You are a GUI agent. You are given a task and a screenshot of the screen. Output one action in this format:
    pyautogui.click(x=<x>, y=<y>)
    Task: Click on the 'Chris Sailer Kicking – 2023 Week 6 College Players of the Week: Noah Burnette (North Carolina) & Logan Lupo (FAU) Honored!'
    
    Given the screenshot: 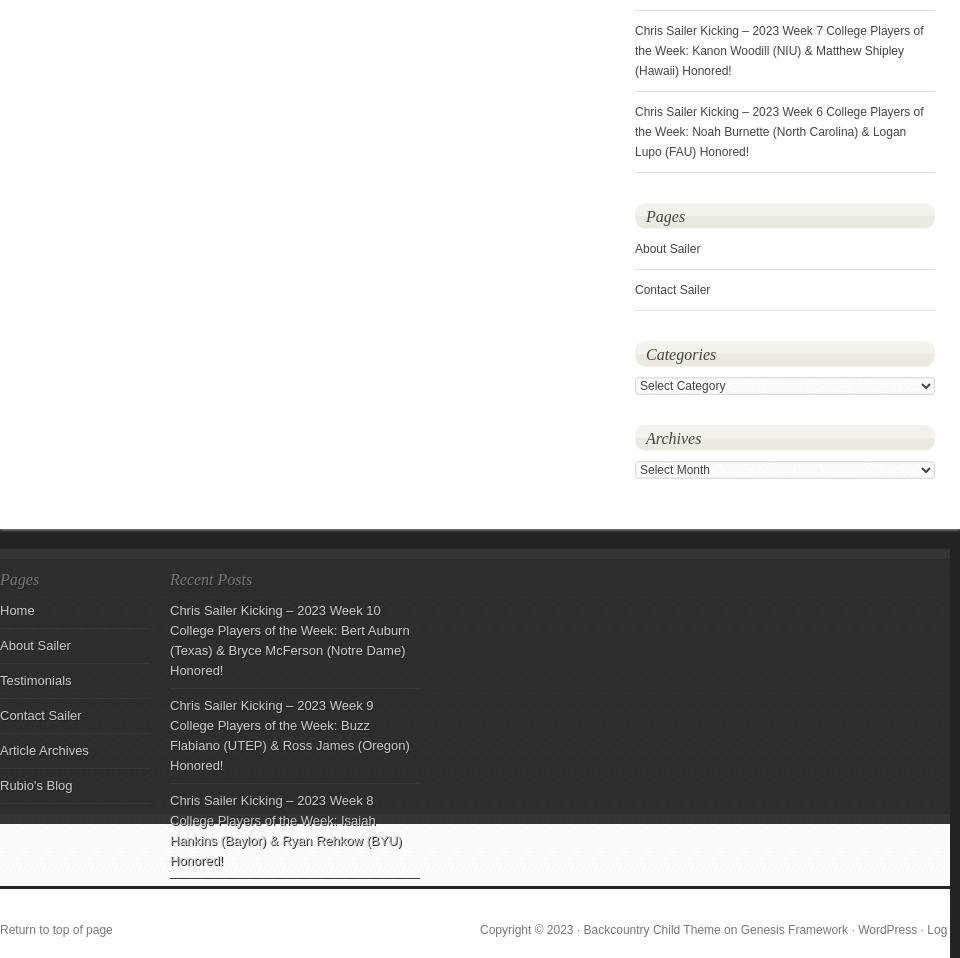 What is the action you would take?
    pyautogui.click(x=634, y=132)
    